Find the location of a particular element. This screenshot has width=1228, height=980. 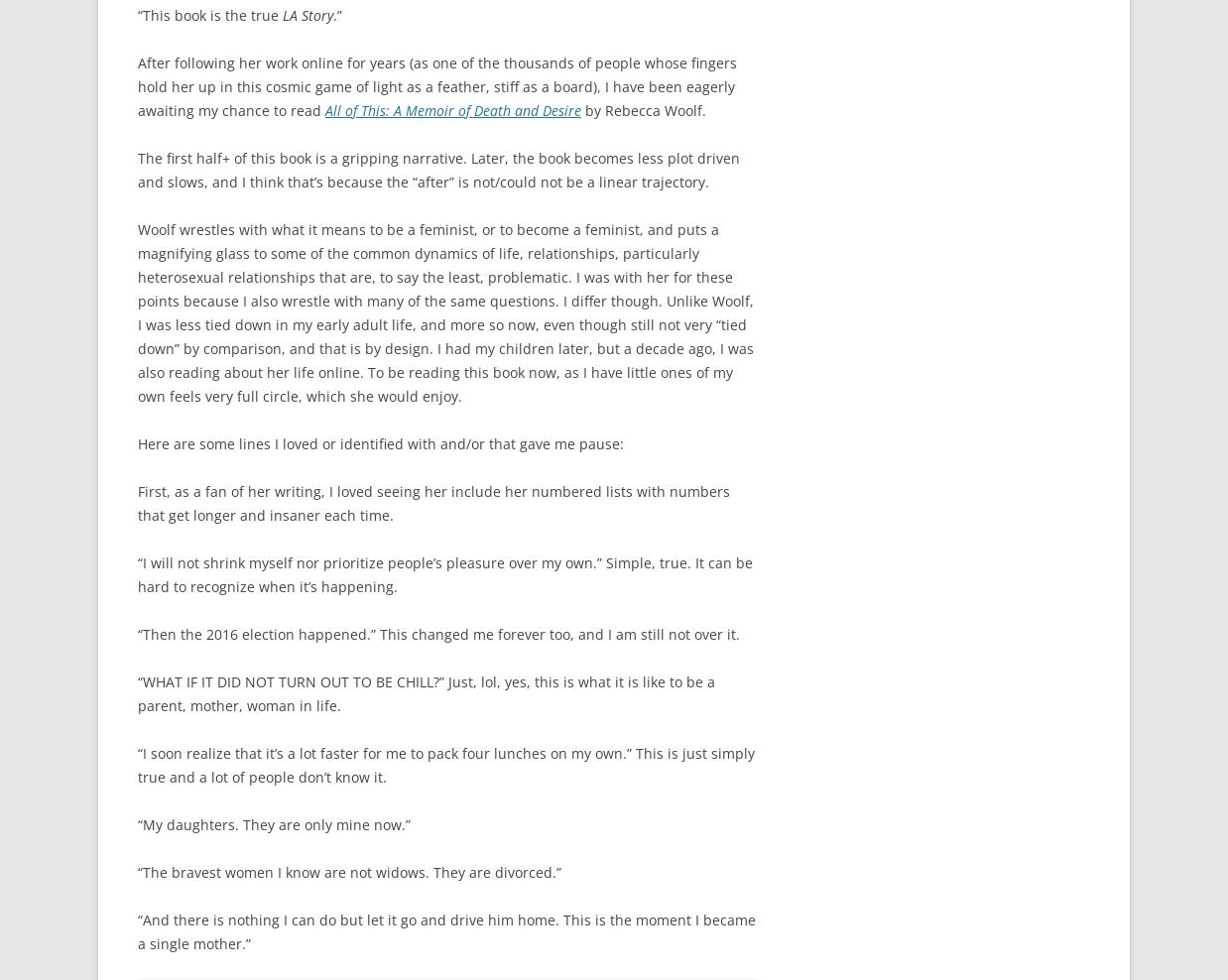

'“Then the 2016 election happened.” This changed me forever too, and I am still not over it.' is located at coordinates (437, 633).